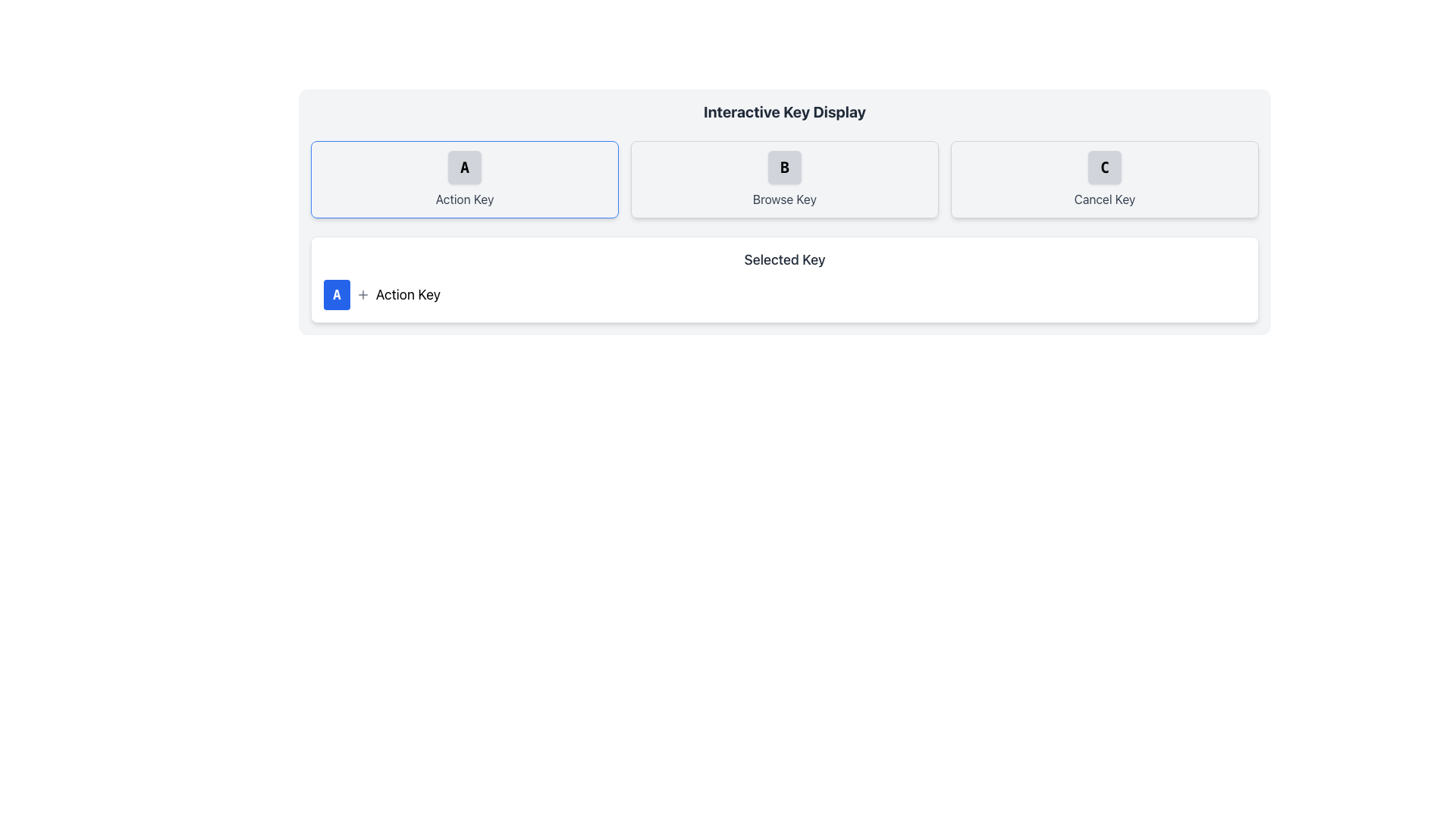 The image size is (1456, 819). What do you see at coordinates (362, 295) in the screenshot?
I see `the add icon represented by a 'plus' symbol, located immediately to the right of the blue badge with a bold 'A', before the text 'Action Key'` at bounding box center [362, 295].